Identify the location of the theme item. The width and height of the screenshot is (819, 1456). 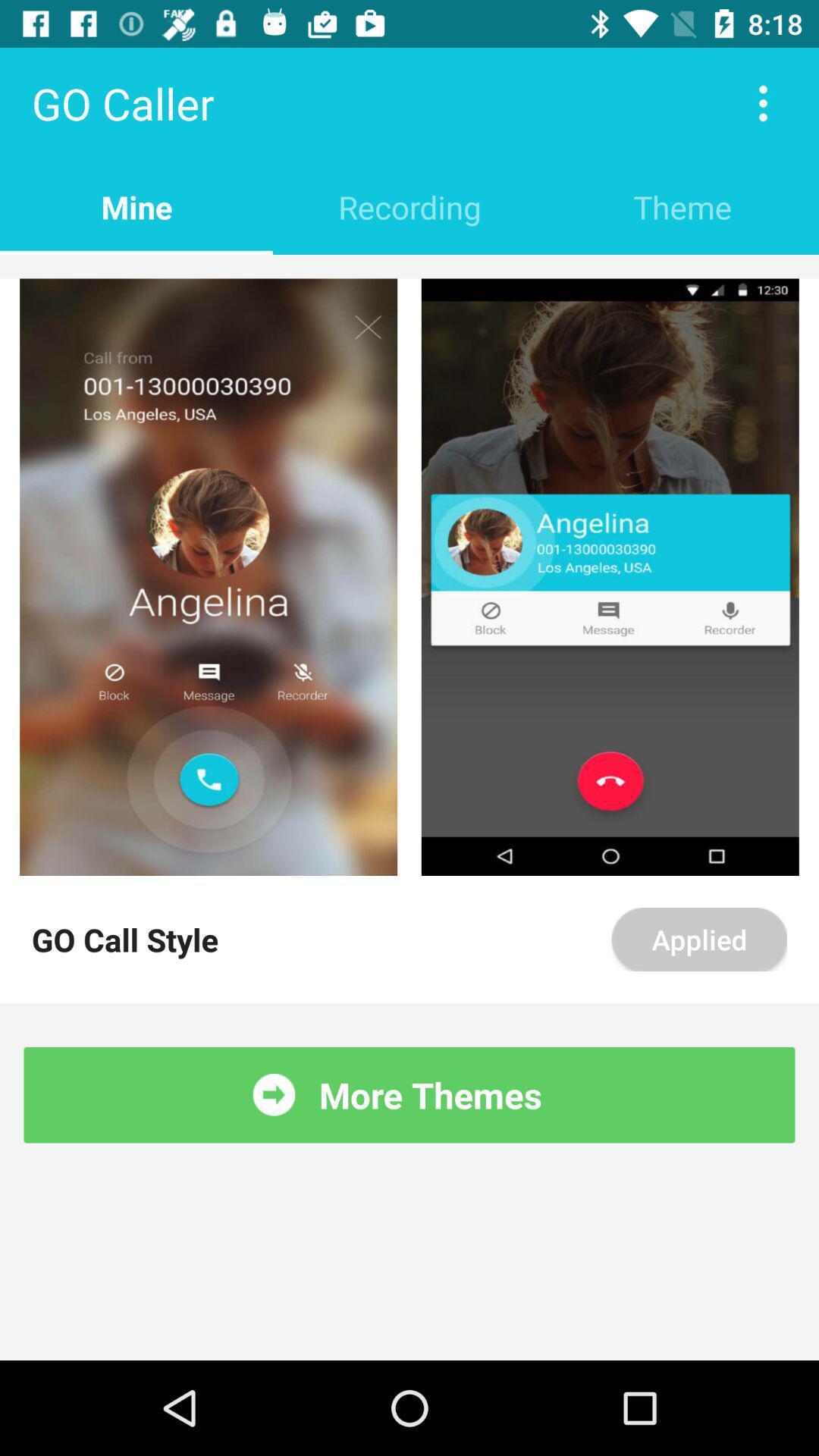
(681, 206).